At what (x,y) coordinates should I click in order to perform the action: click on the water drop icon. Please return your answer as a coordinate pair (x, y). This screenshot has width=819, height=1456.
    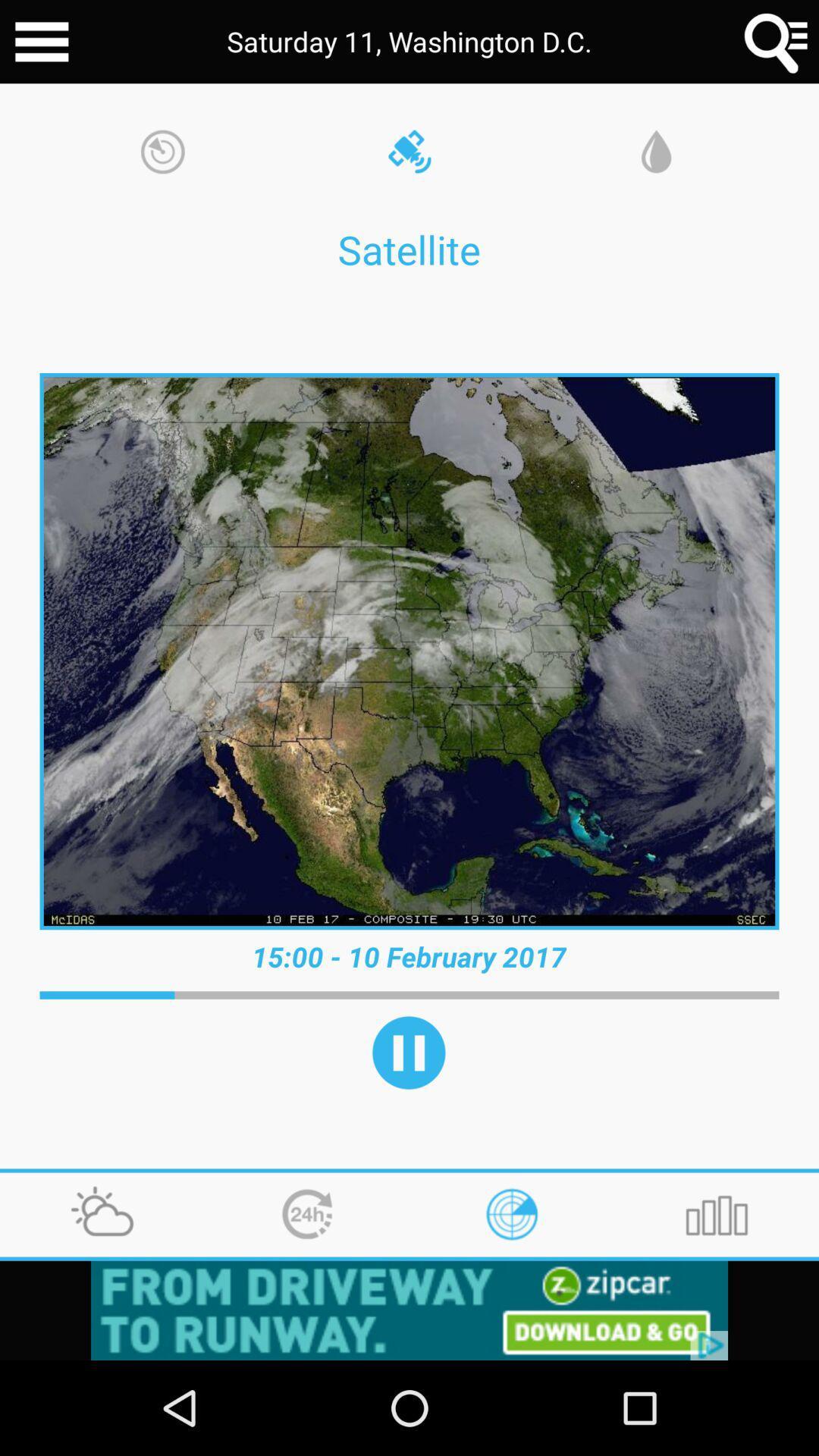
    Looking at the image, I should click on (655, 153).